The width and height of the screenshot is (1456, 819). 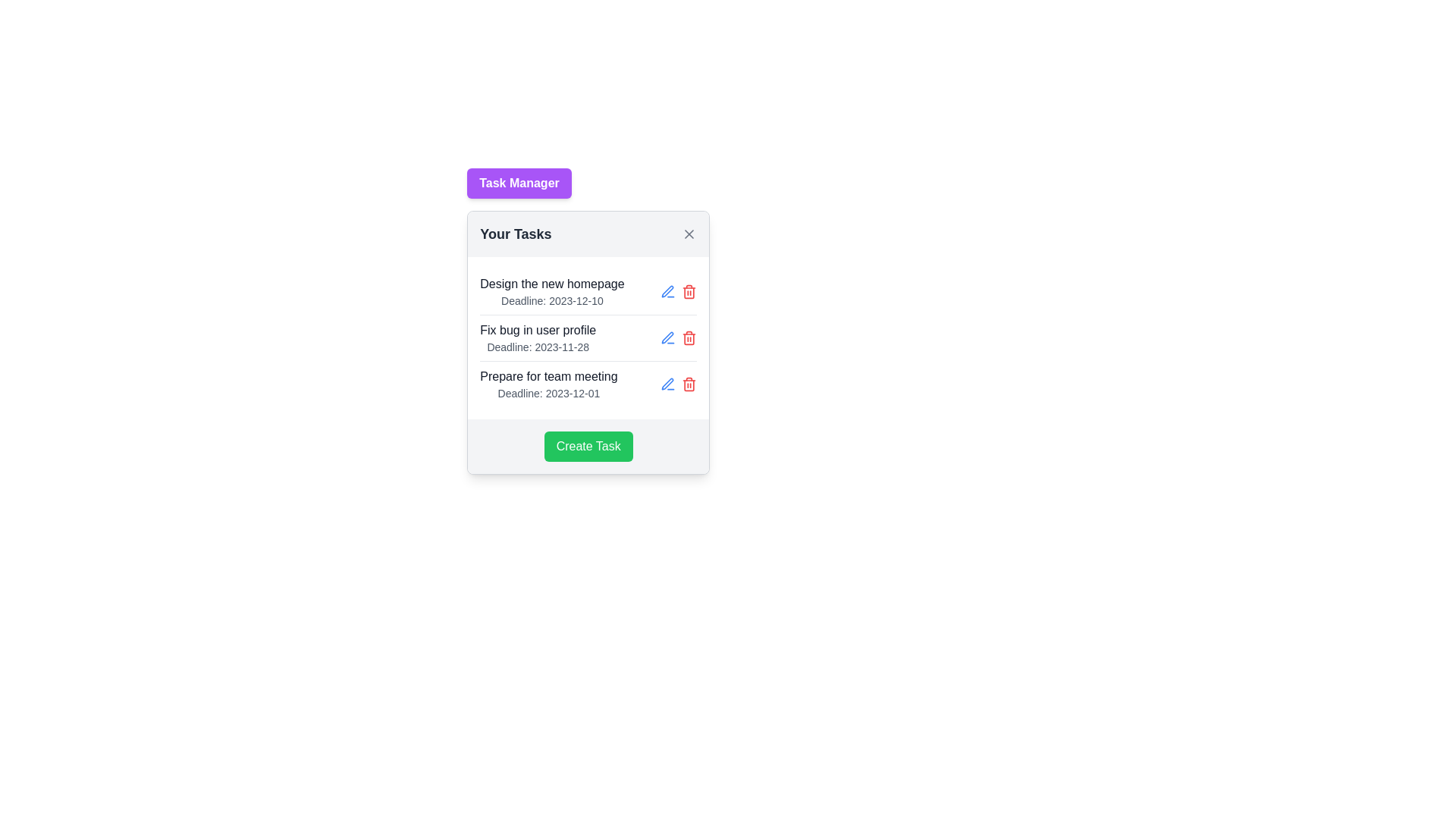 What do you see at coordinates (551, 292) in the screenshot?
I see `the topmost list item` at bounding box center [551, 292].